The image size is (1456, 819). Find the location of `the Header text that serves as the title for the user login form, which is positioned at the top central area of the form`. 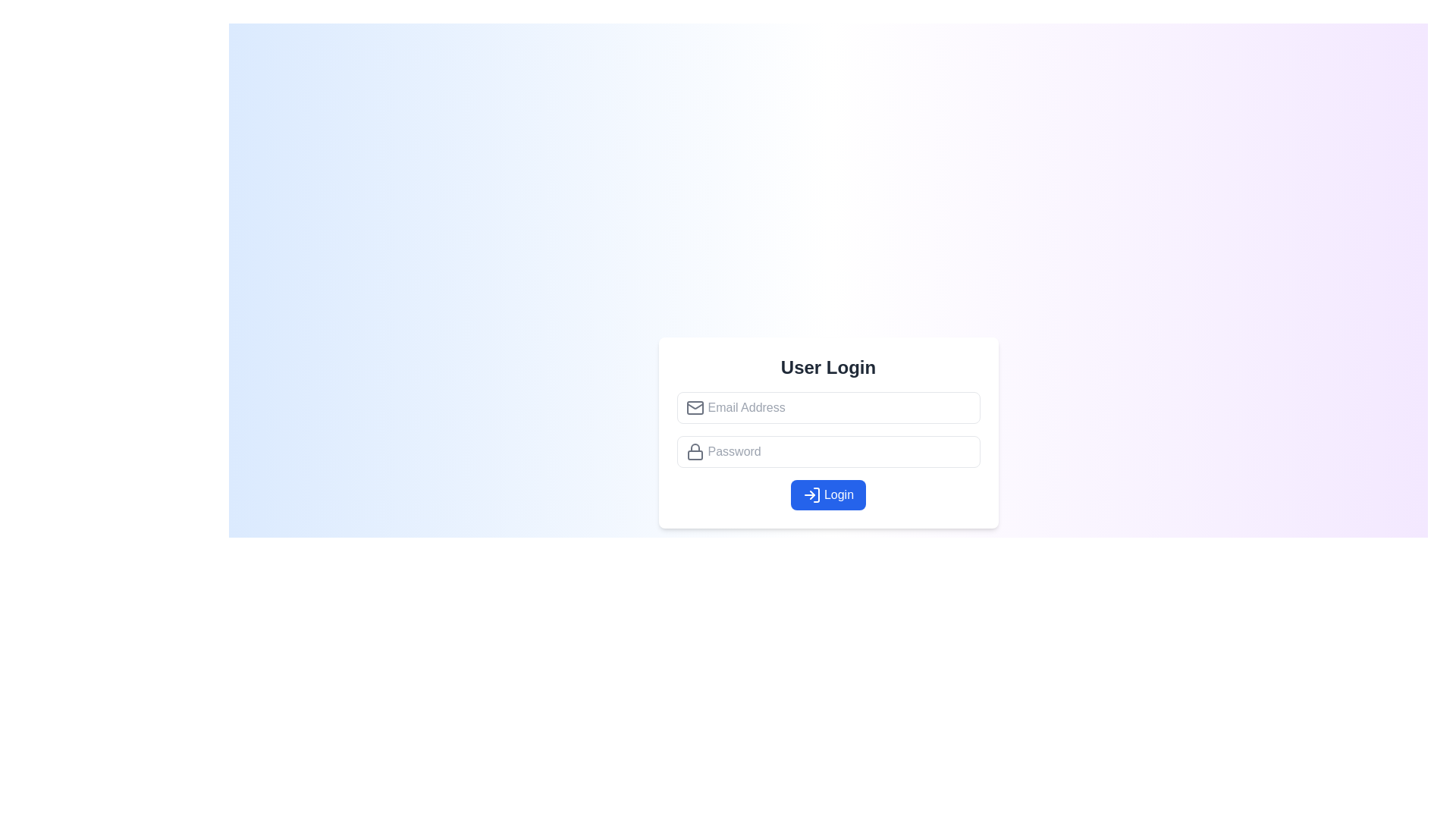

the Header text that serves as the title for the user login form, which is positioned at the top central area of the form is located at coordinates (827, 368).